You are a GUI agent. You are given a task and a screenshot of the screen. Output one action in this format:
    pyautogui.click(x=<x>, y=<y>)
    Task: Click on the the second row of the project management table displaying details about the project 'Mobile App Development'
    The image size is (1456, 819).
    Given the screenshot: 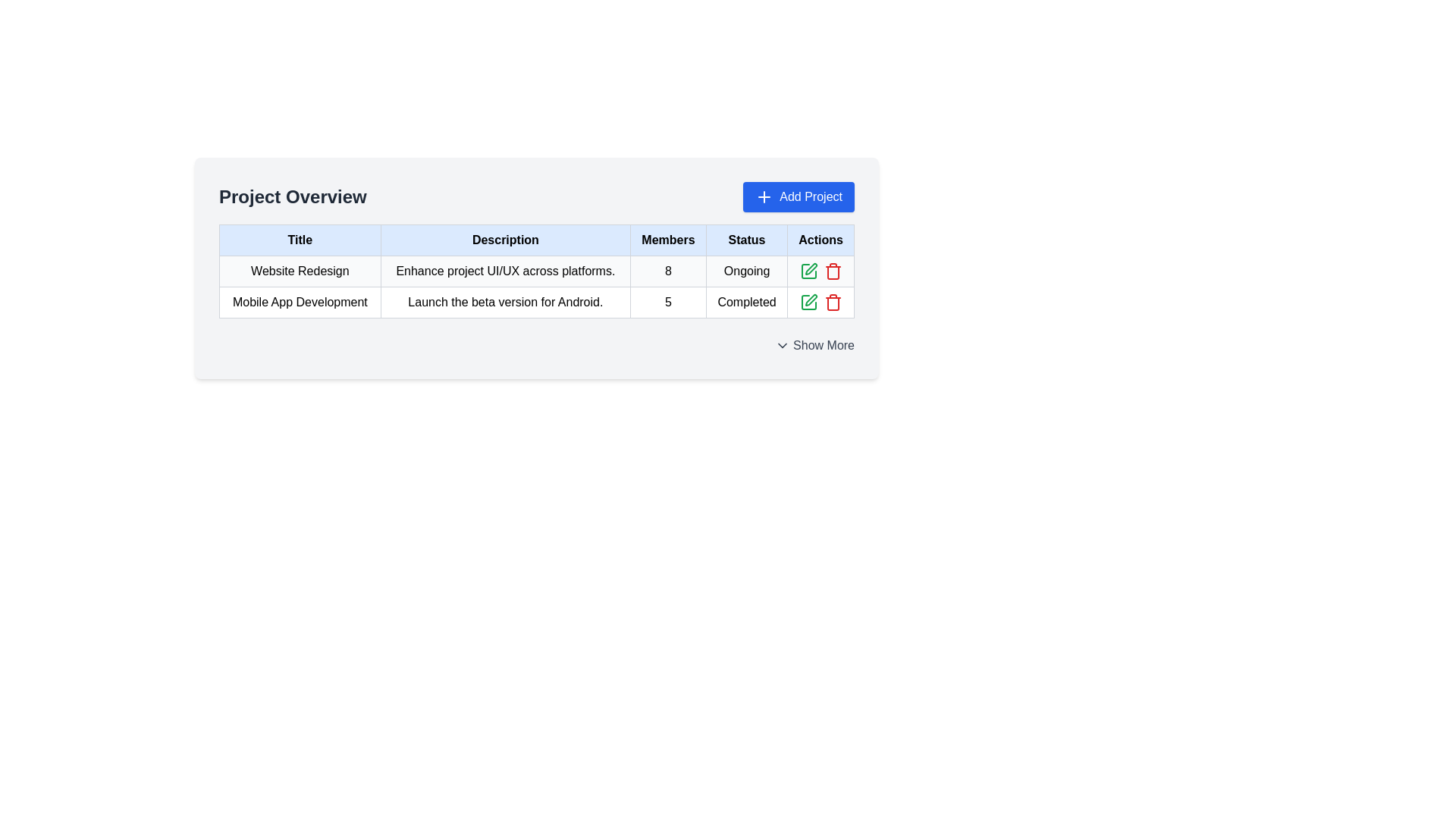 What is the action you would take?
    pyautogui.click(x=537, y=302)
    